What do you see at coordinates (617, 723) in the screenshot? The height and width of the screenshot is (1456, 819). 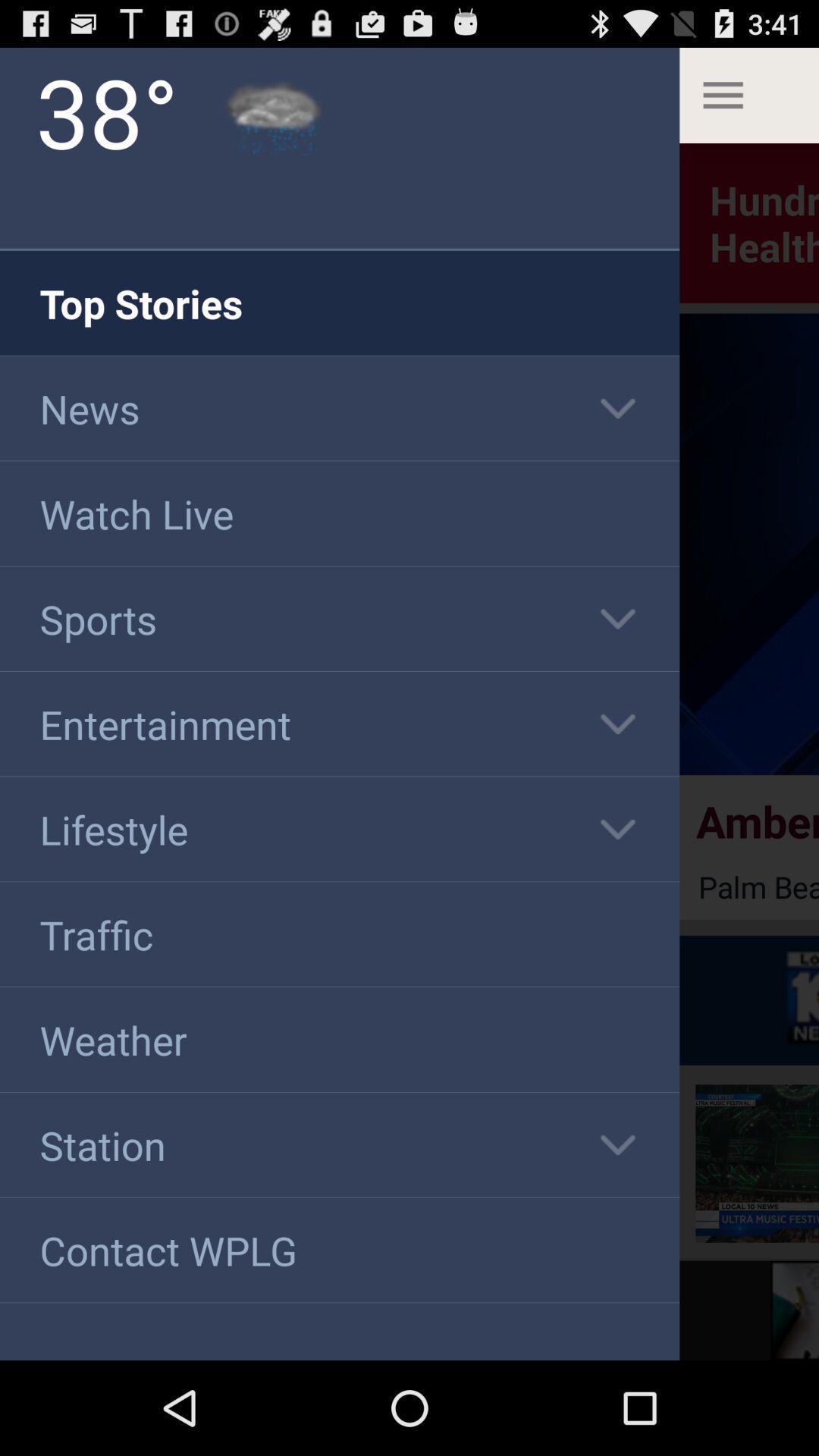 I see `third drop down from top` at bounding box center [617, 723].